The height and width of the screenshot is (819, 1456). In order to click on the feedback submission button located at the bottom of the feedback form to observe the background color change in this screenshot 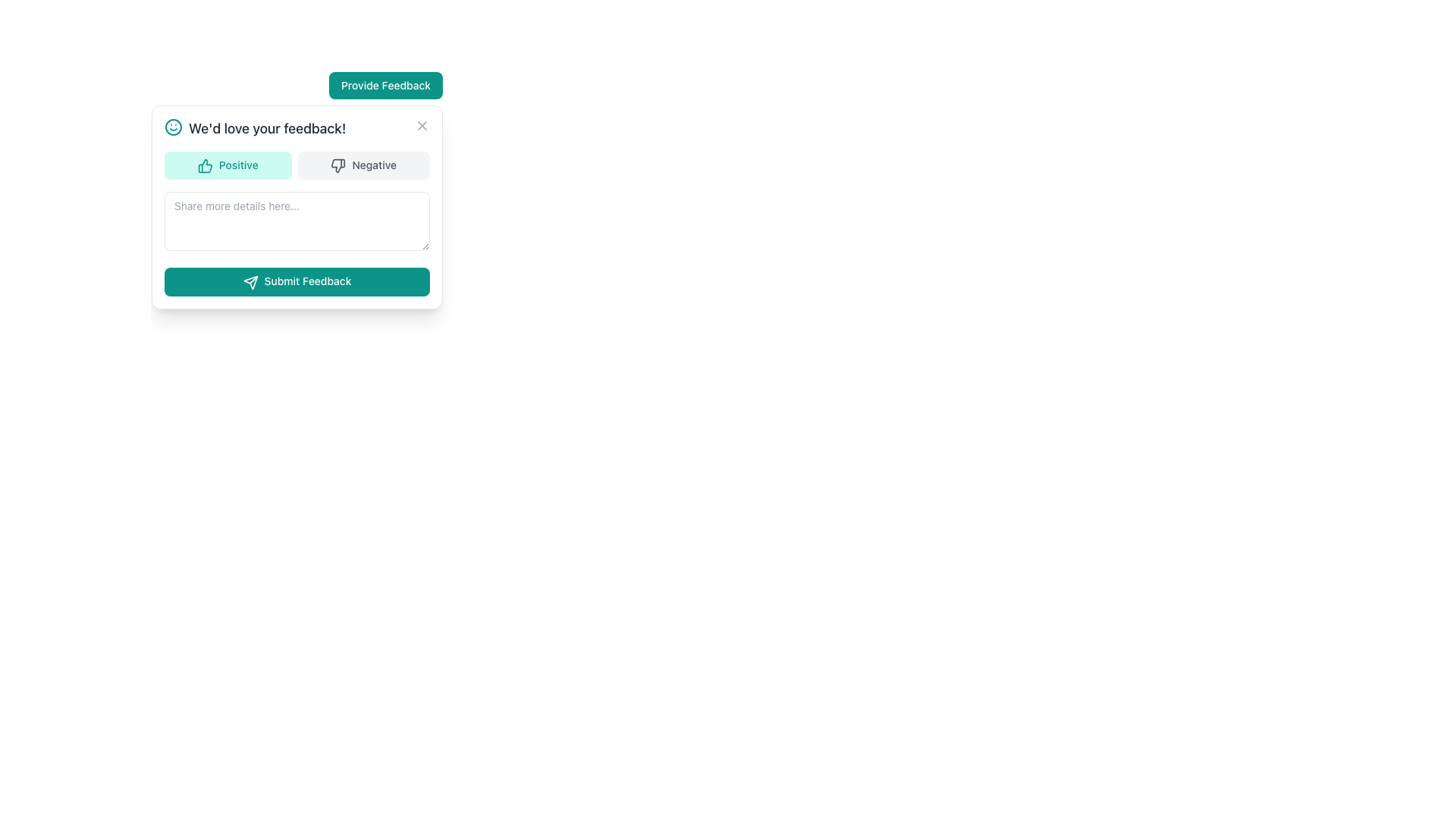, I will do `click(297, 281)`.